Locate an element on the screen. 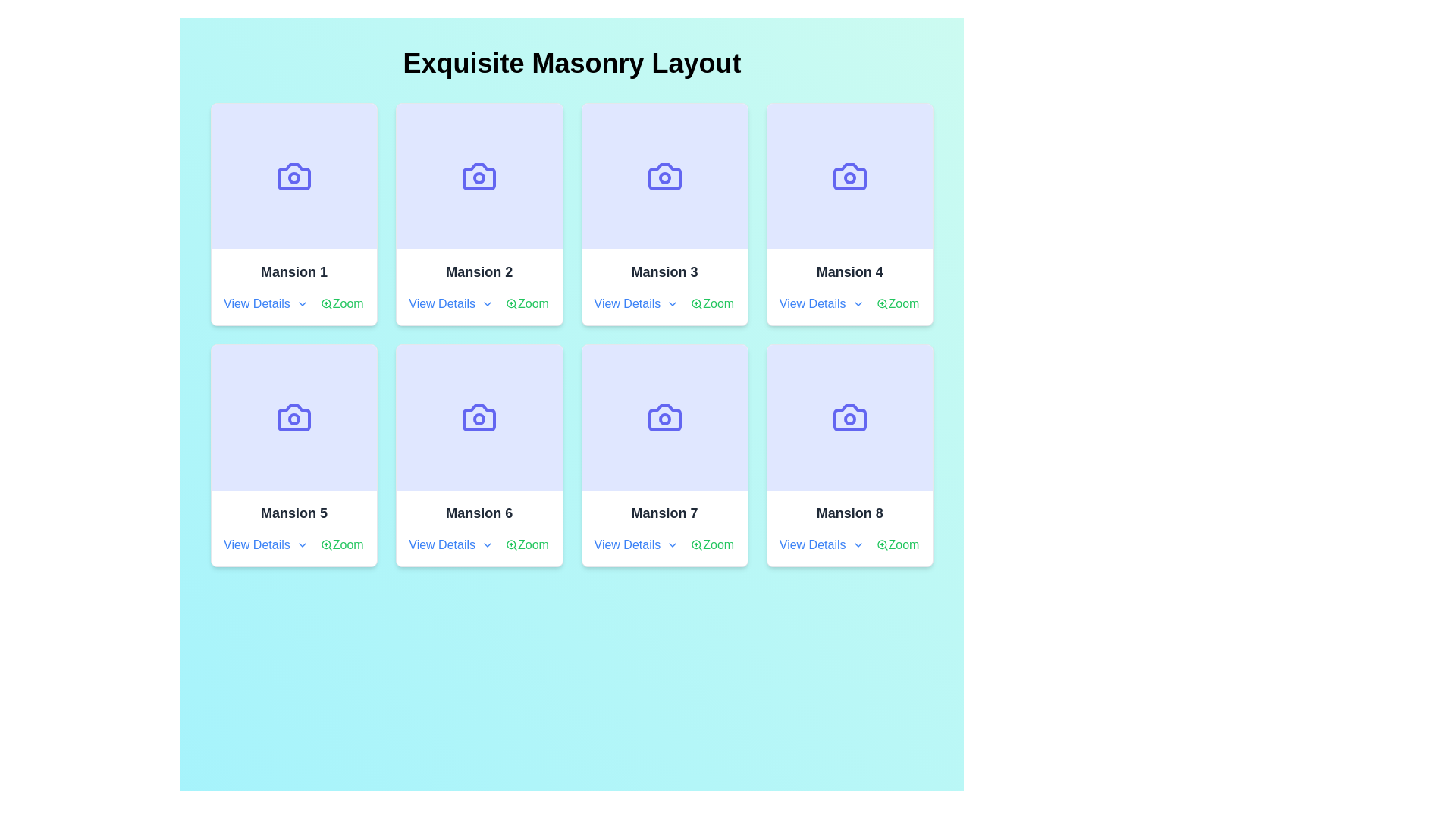 This screenshot has width=1456, height=819. the centrally aligned blue camera icon on the light purple card in the 'Mansion 6' section is located at coordinates (479, 418).